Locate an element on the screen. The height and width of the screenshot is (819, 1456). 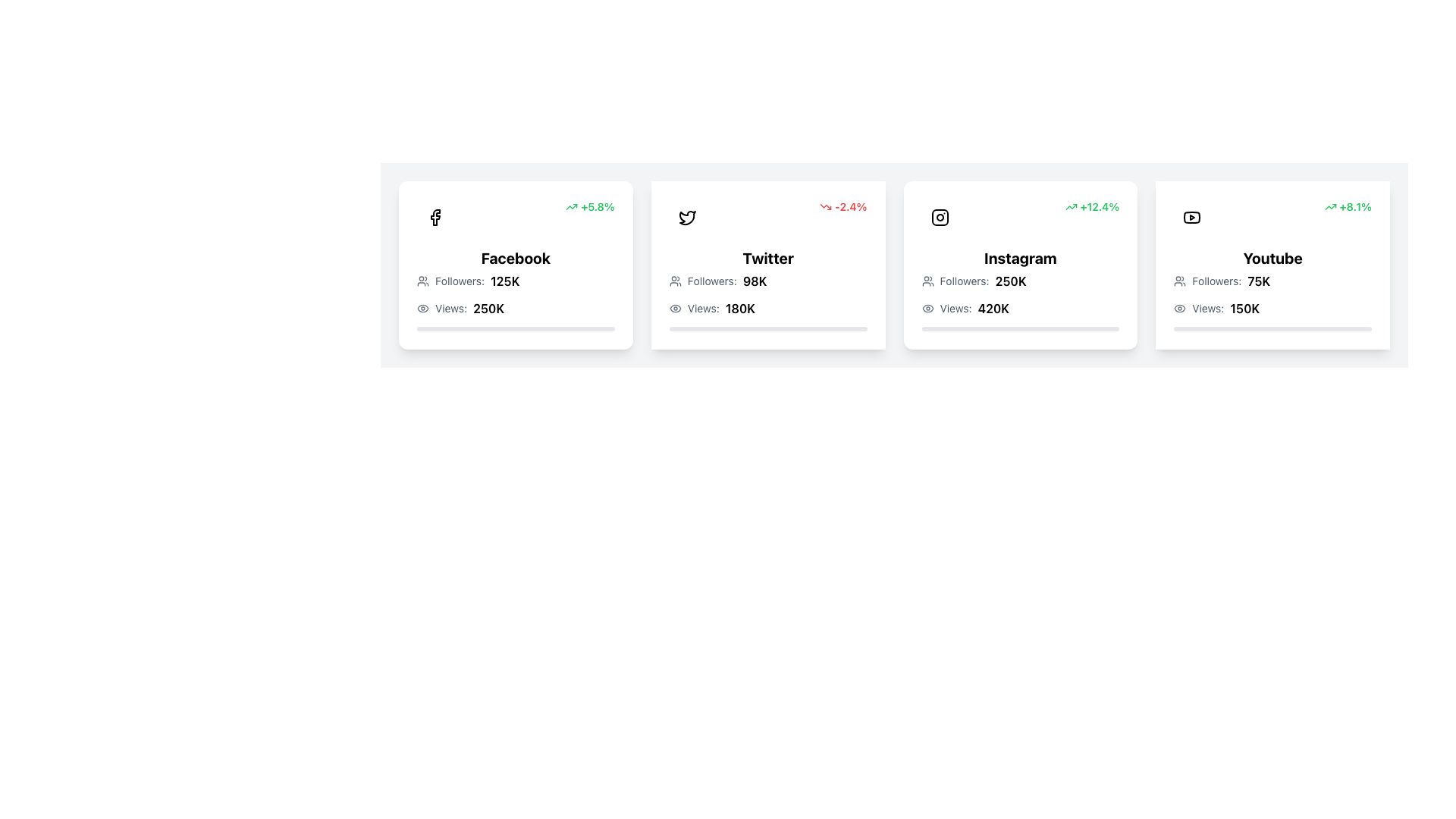
value represented by the bold text '250K' located in the 'Followers:' section of the Instagram card on the dashboard is located at coordinates (1011, 281).